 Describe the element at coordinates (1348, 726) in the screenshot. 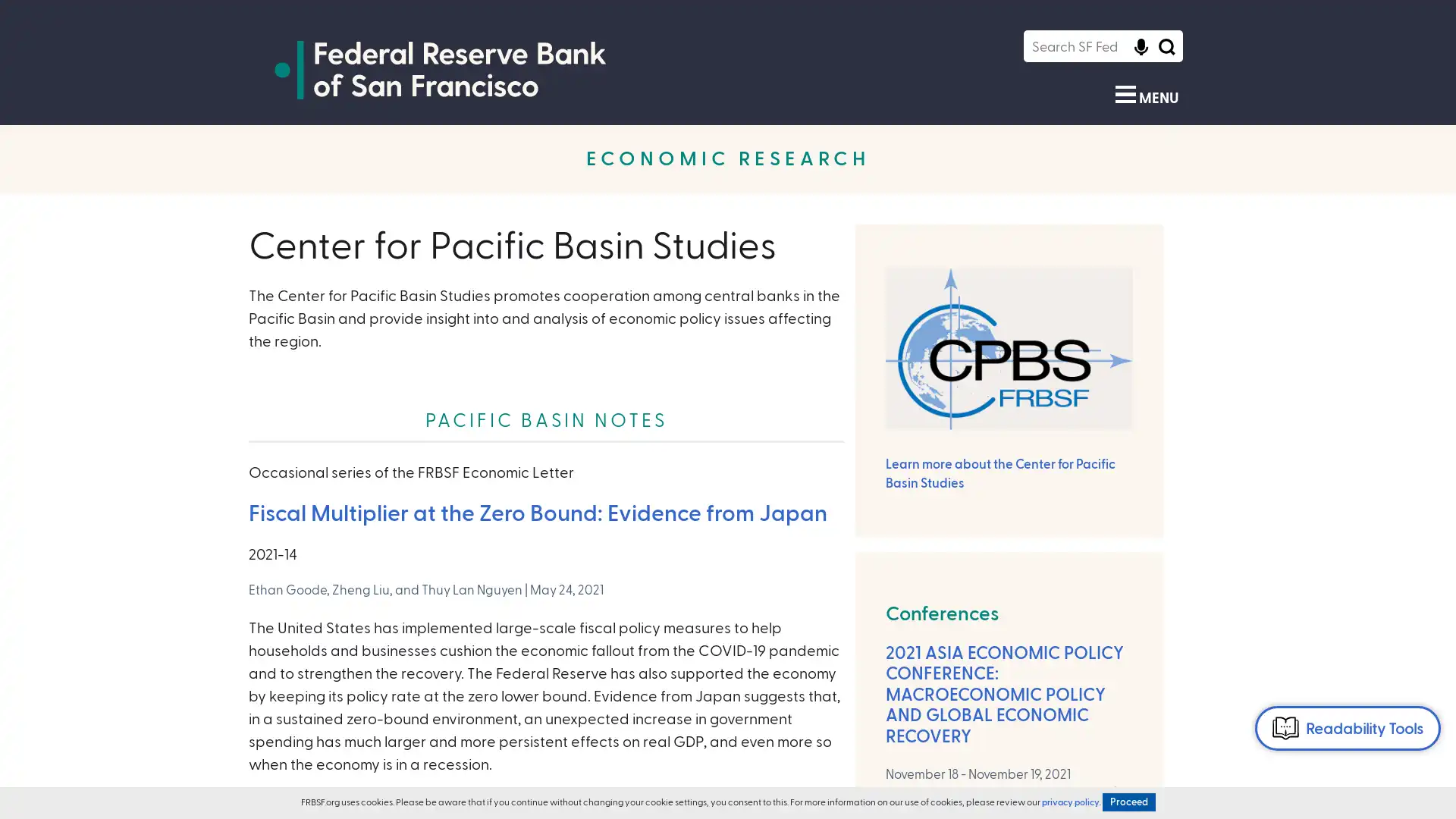

I see `Readability Tools` at that location.